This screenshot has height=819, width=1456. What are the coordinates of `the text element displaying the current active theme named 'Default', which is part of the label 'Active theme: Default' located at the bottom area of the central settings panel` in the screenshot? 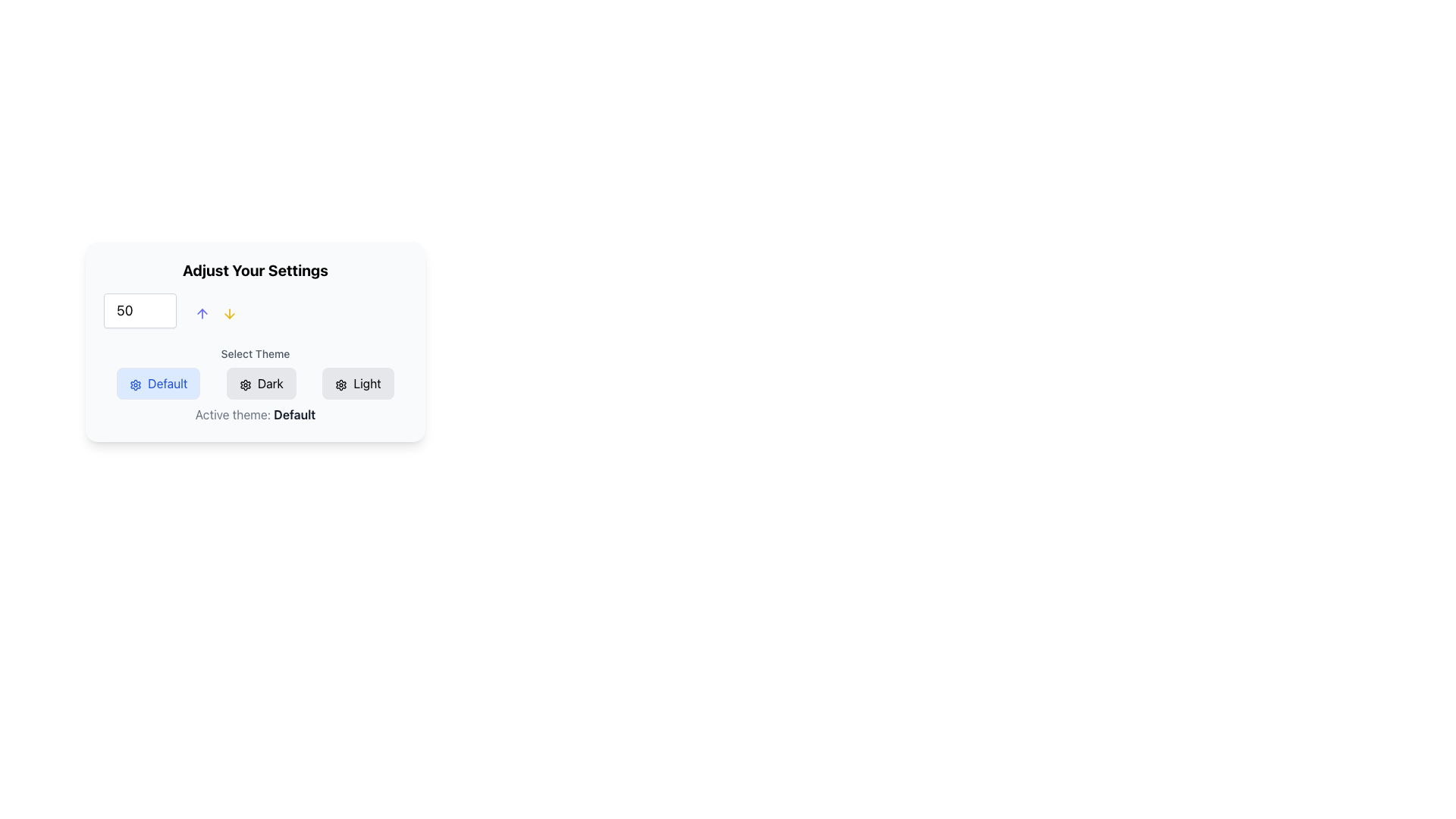 It's located at (294, 415).